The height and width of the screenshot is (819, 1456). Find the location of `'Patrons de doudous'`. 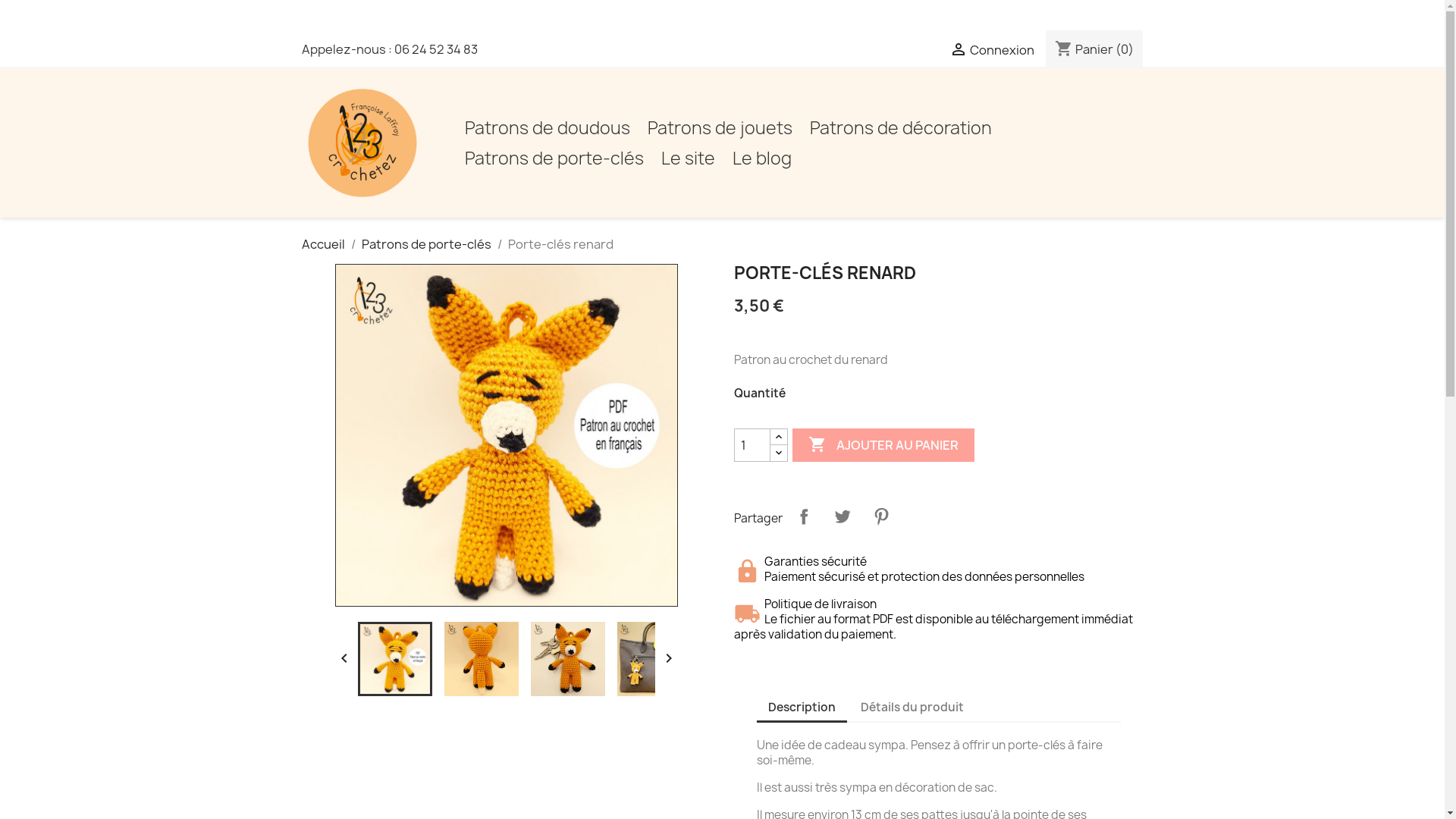

'Patrons de doudous' is located at coordinates (546, 127).